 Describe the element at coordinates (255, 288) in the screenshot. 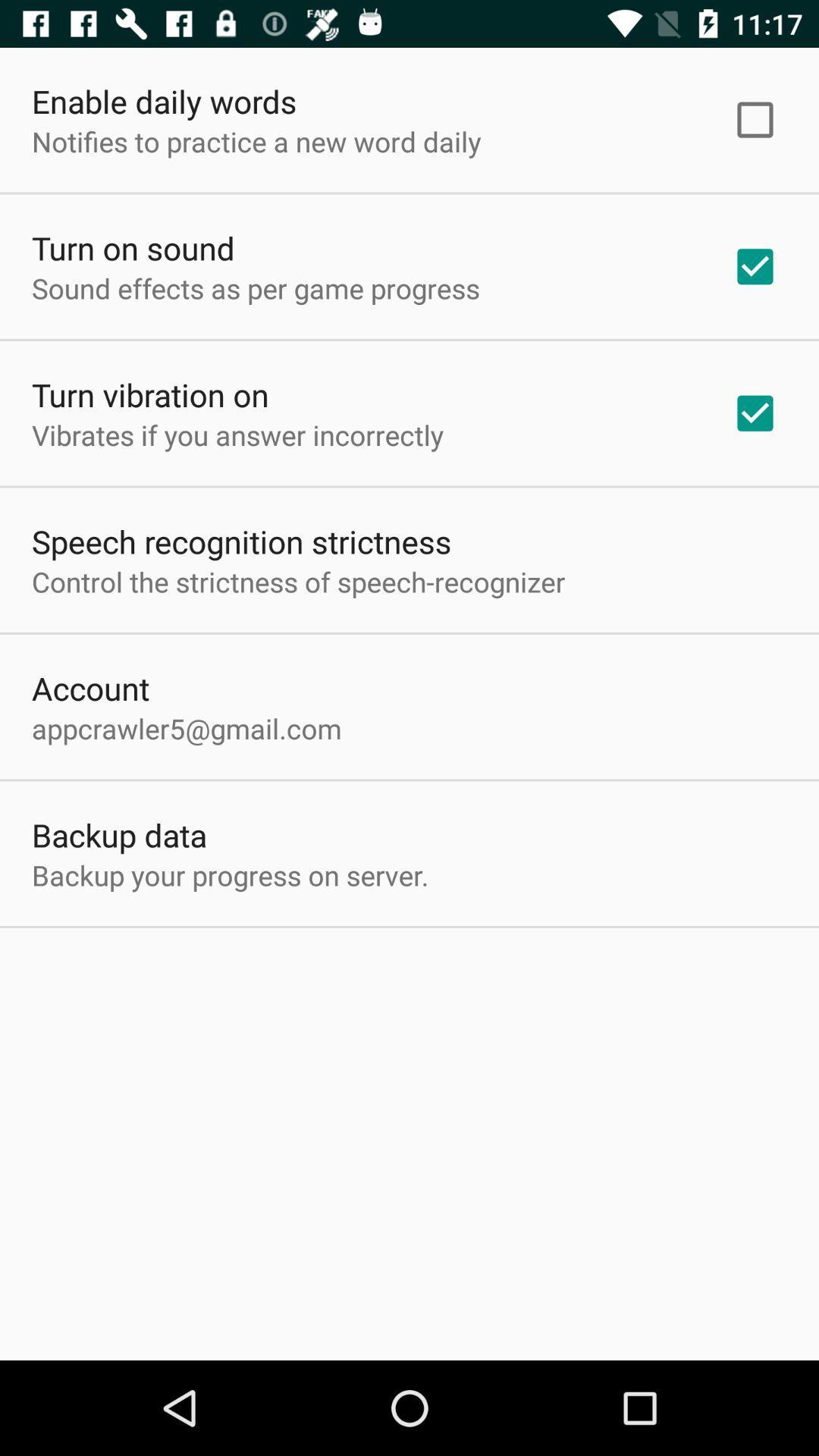

I see `the sound effects as item` at that location.